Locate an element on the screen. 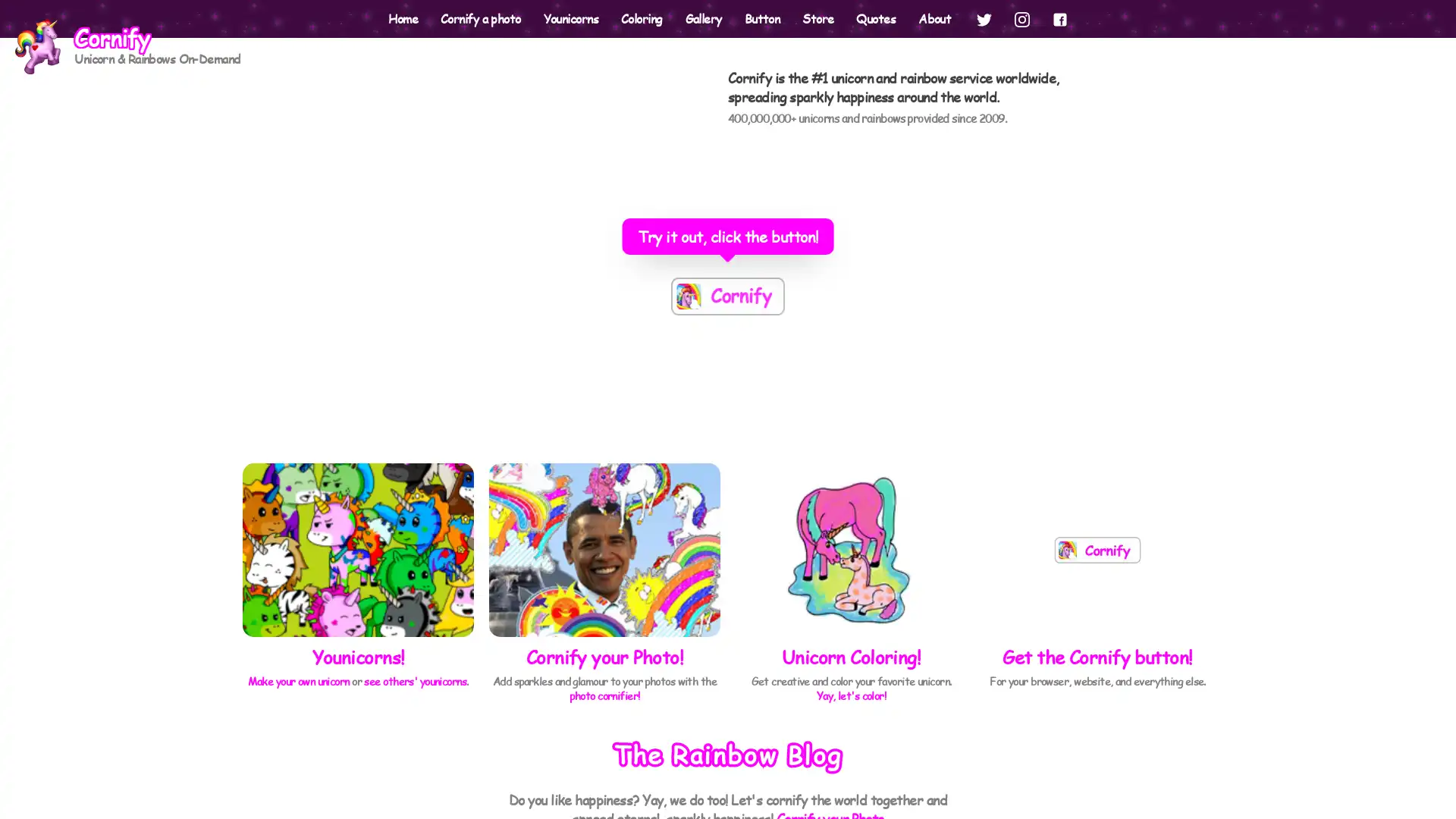 The height and width of the screenshot is (819, 1456). The most powerful button on the Internets is located at coordinates (728, 296).